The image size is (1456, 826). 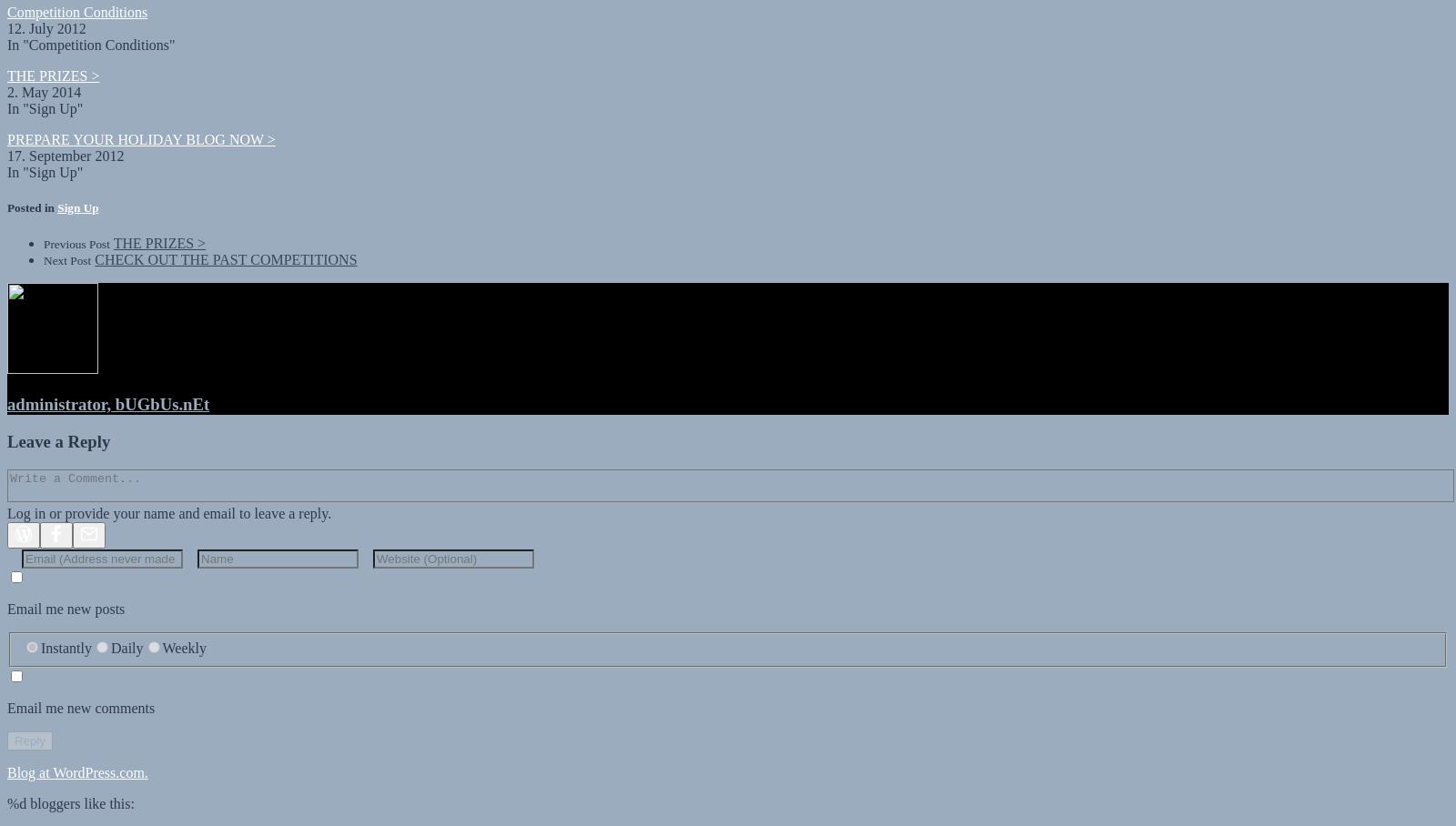 I want to click on 'PREPARE YOUR HOLIDAY BLOG NOW >', so click(x=140, y=123).